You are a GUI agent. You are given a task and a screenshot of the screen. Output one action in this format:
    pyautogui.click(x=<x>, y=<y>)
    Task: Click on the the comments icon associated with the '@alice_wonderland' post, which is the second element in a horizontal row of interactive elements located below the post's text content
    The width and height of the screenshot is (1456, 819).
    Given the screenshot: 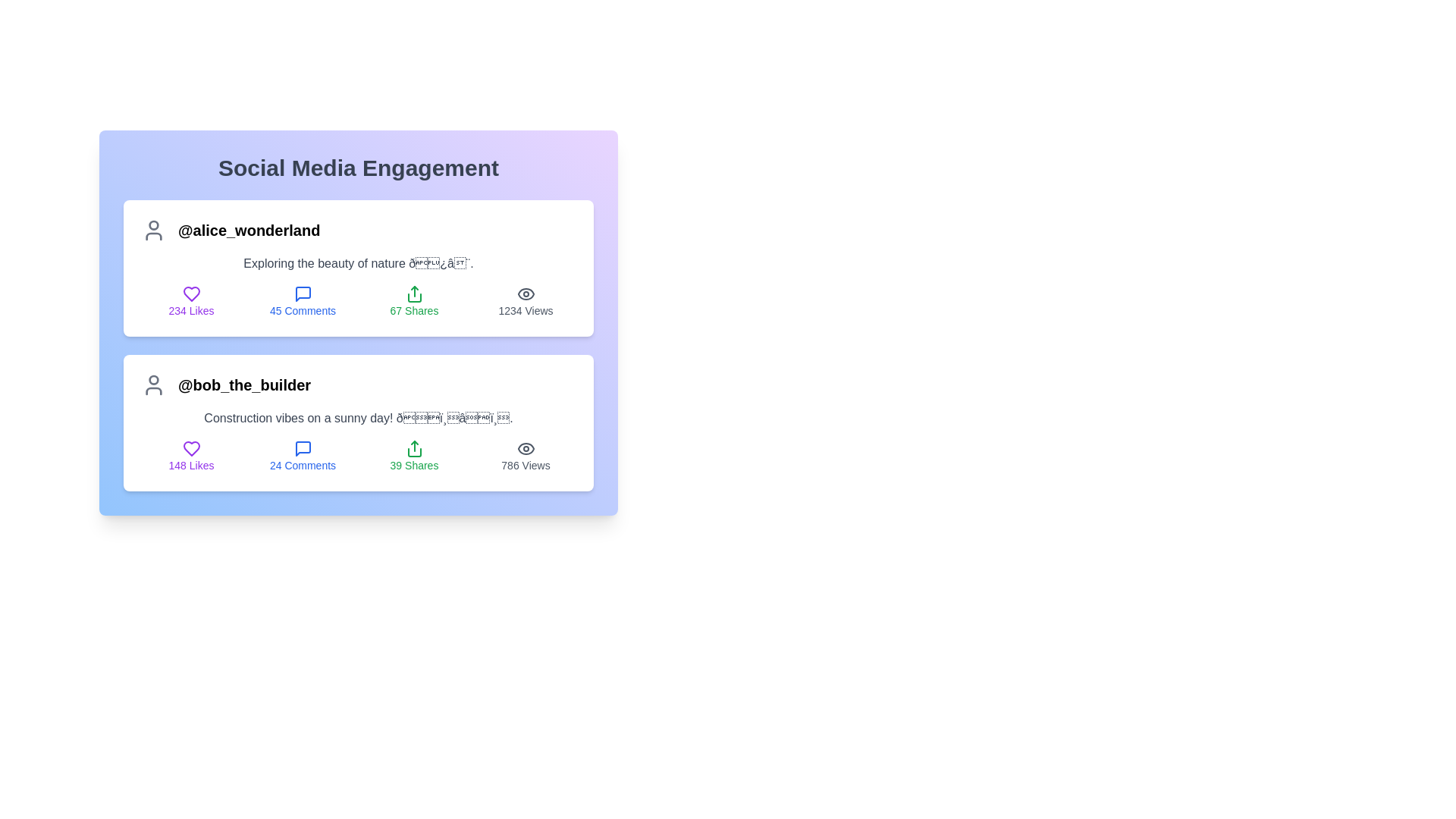 What is the action you would take?
    pyautogui.click(x=303, y=294)
    